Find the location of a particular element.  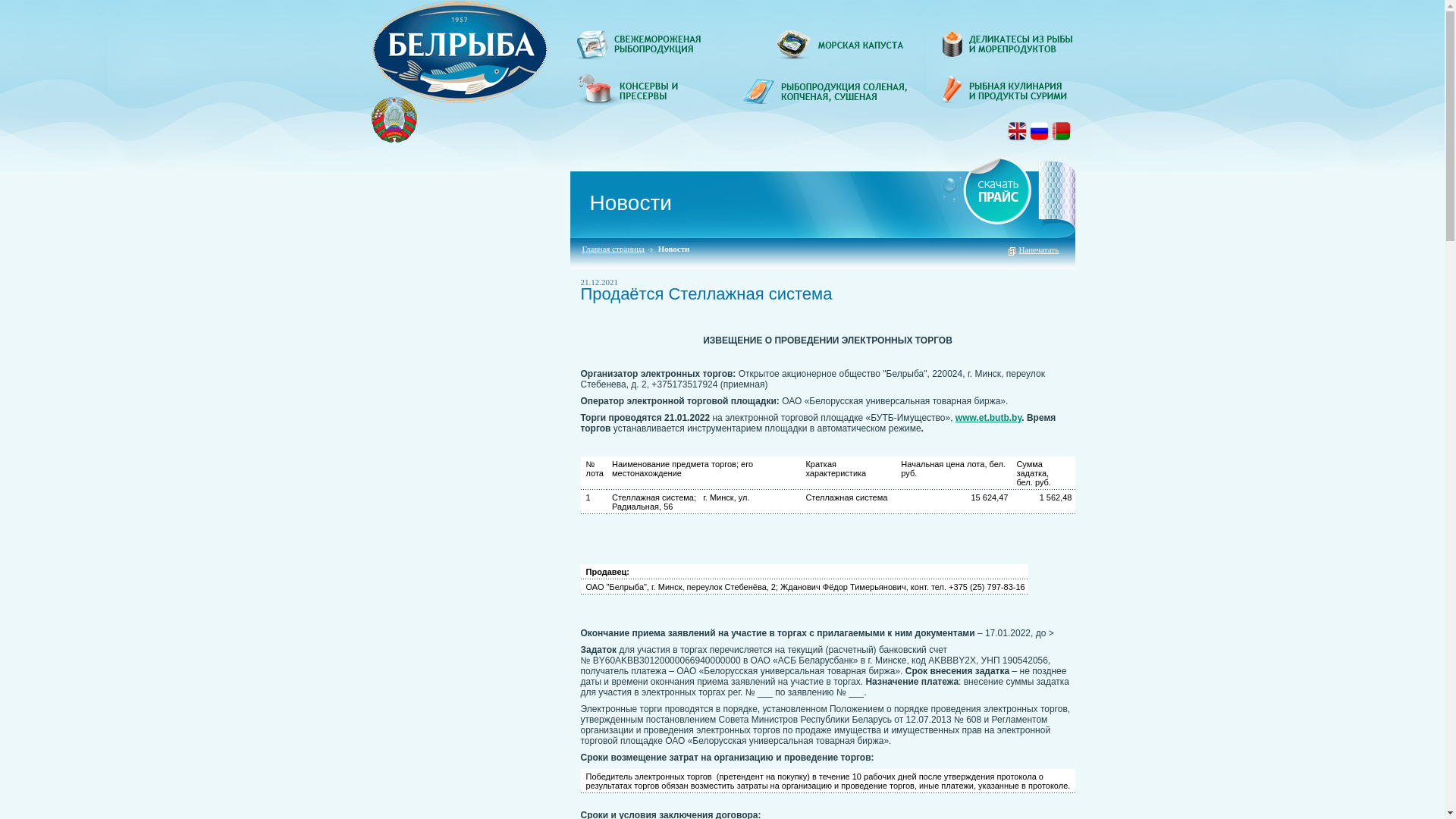

'ru' is located at coordinates (1038, 136).